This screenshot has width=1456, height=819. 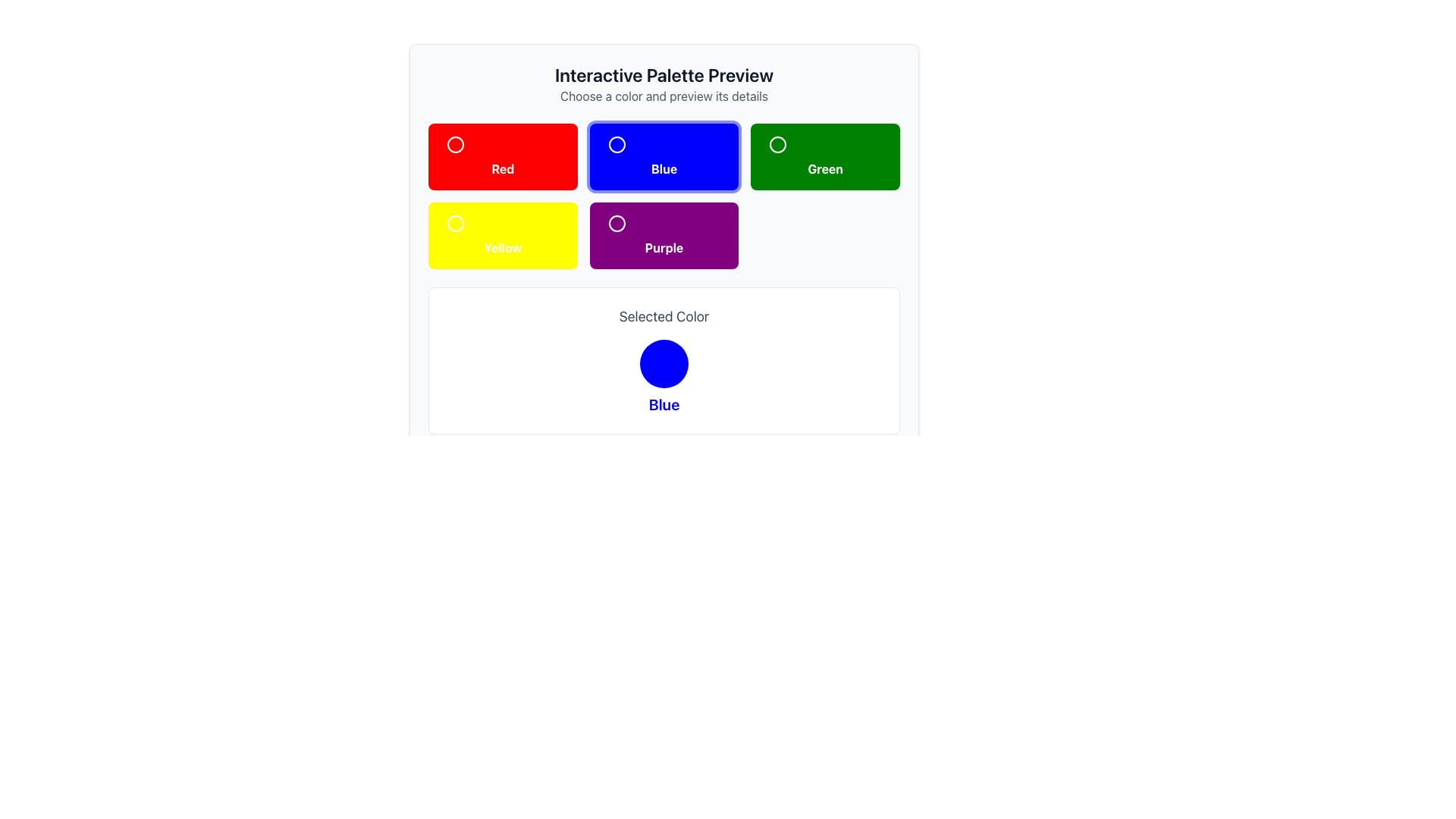 I want to click on the circle that serves as a selectable indicator for the 'Purple' color in the color palette, so click(x=617, y=223).